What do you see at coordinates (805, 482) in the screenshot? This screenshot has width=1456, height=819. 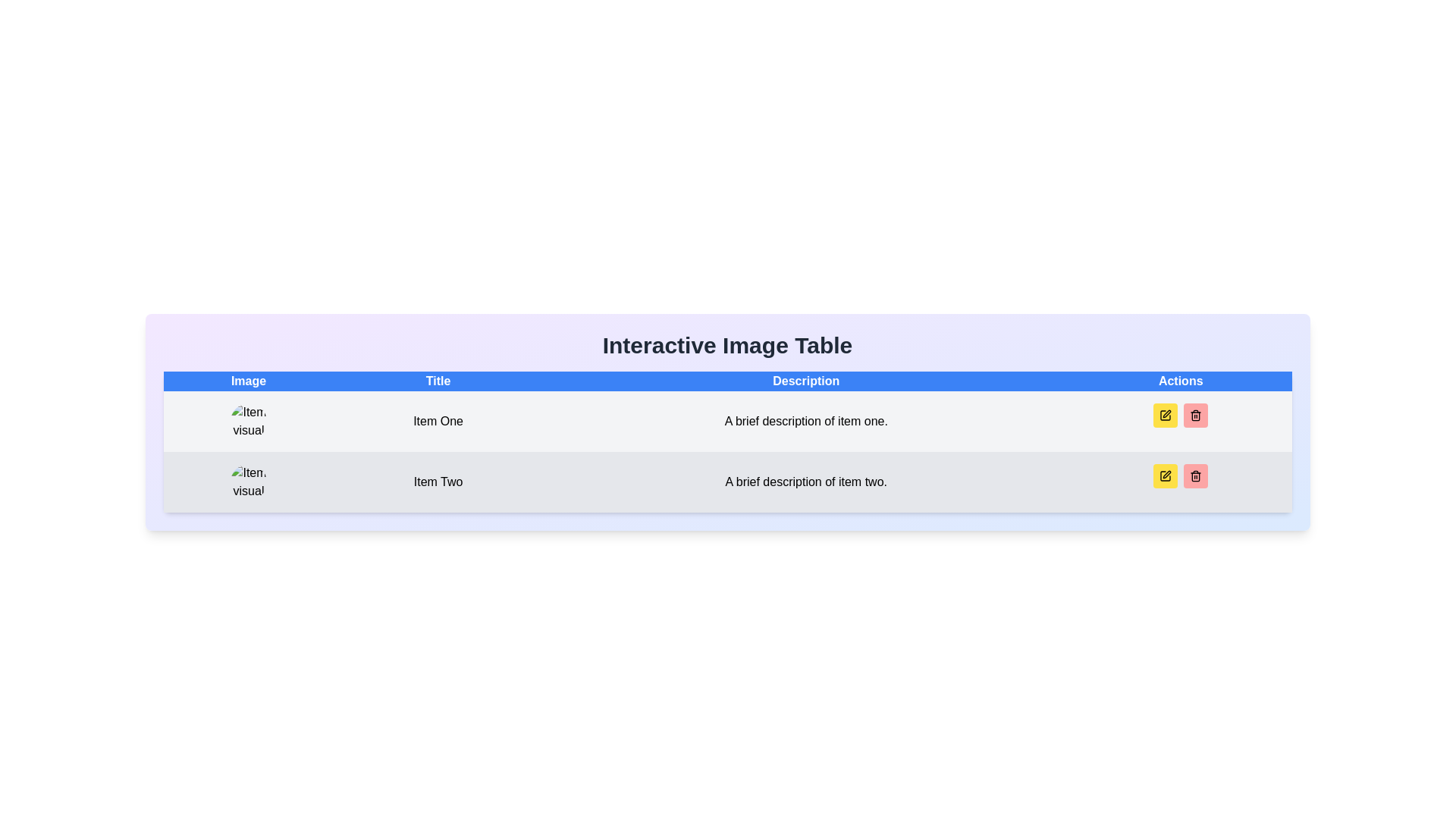 I see `the text element that reads 'A brief description of item two.' which is located in the 'Description' column of the second row of the table, positioned to the right of the 'Item Two' title` at bounding box center [805, 482].